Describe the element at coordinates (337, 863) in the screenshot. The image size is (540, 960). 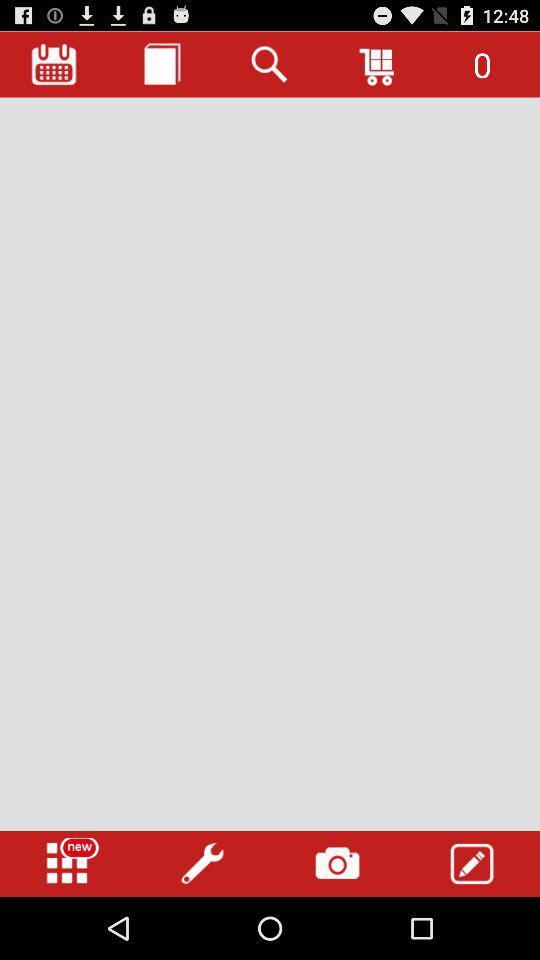
I see `camera` at that location.